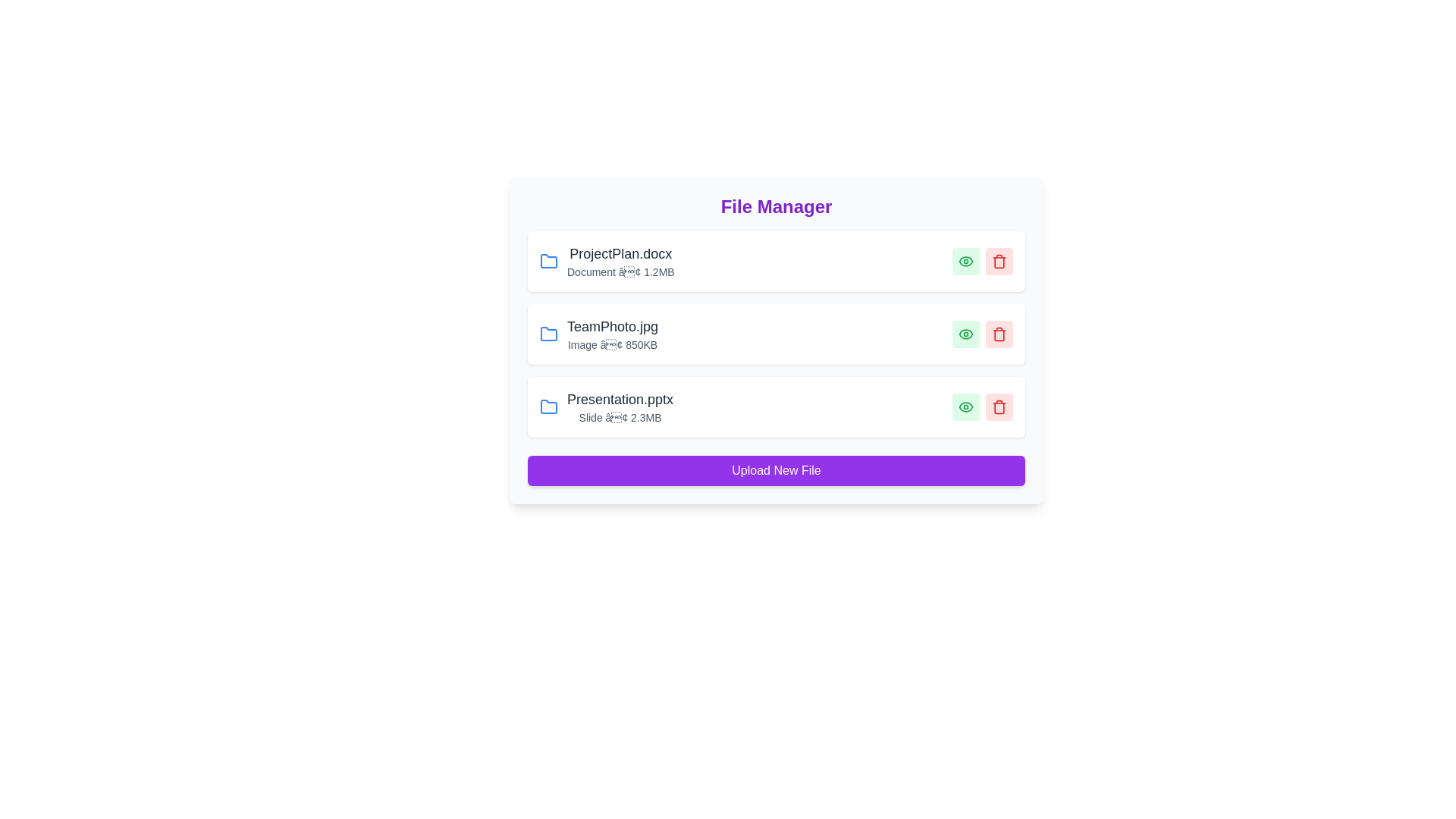  I want to click on eye icon to view details of the file ProjectPlan.docx, so click(965, 260).